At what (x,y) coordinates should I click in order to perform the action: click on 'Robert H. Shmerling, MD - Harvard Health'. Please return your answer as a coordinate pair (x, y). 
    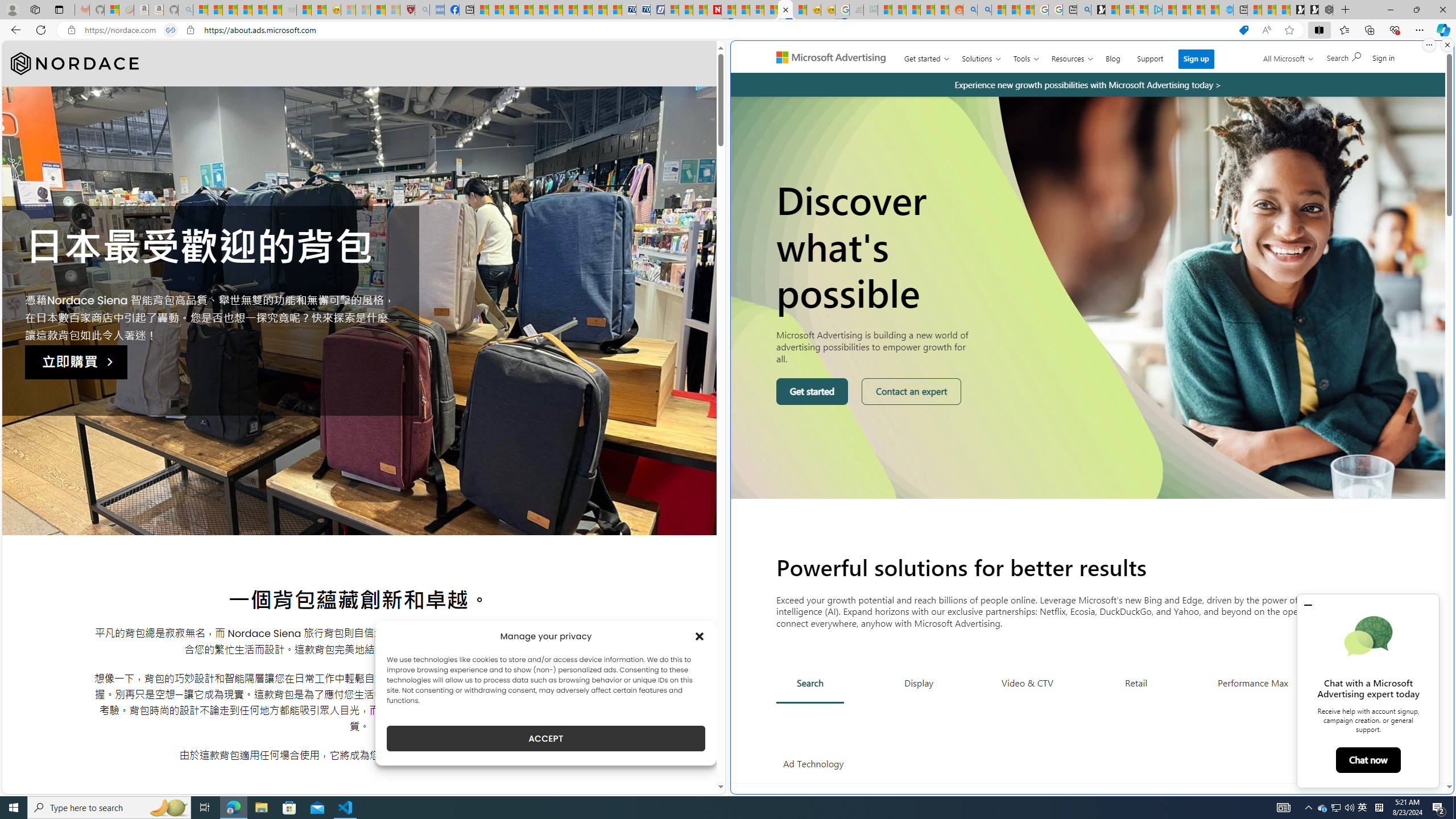
    Looking at the image, I should click on (406, 9).